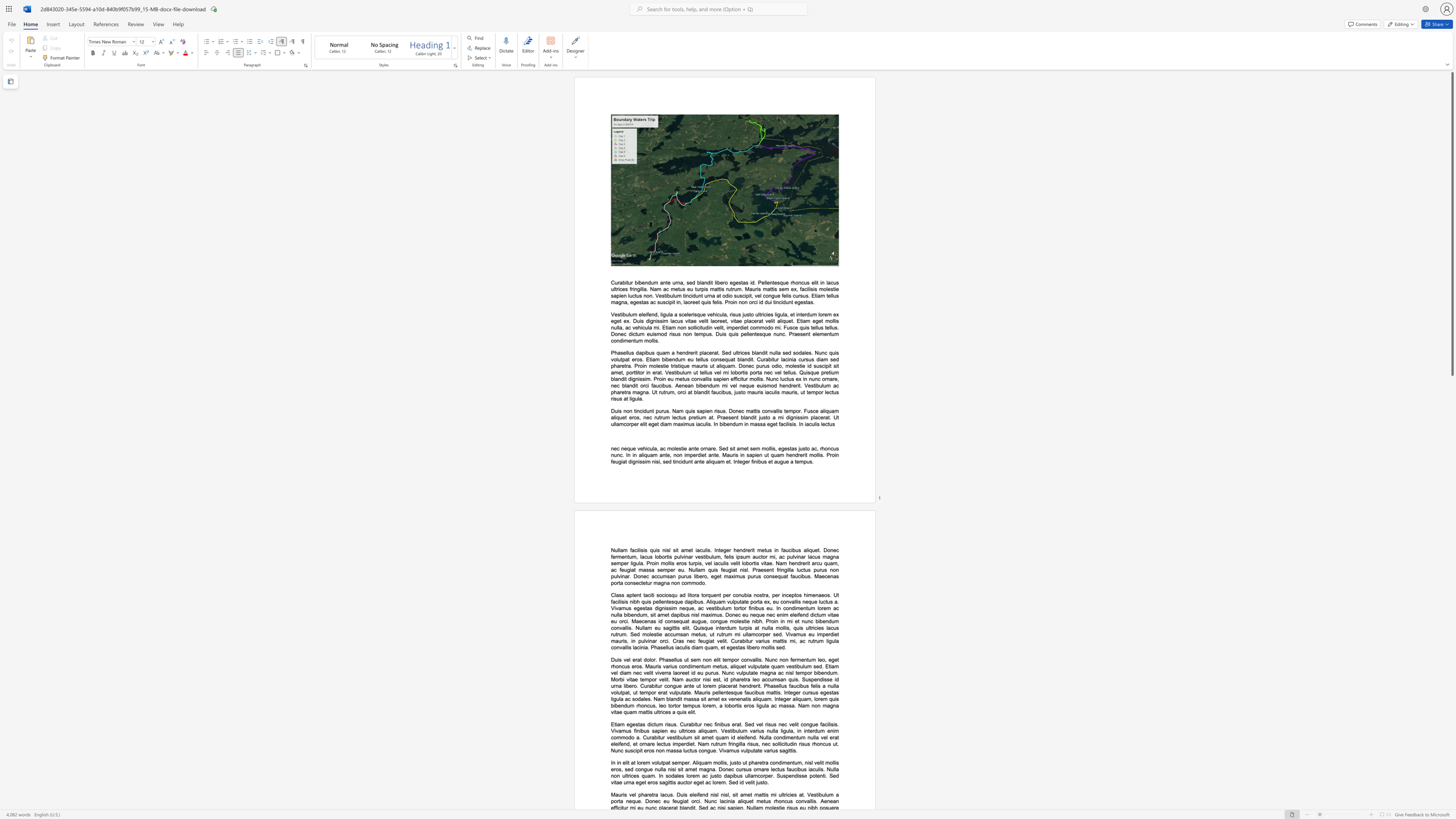 The image size is (1456, 819). Describe the element at coordinates (677, 549) in the screenshot. I see `the subset text "t amet iaculis. Integer hendrerit metus in faucibus aliquet. Donec fermentum, lacus lobortis pulvinar vestibulum, felis ip" within the text "Nullam facilisis quis nisl sit amet iaculis. Integer hendrerit metus in faucibus aliquet. Donec fermentum, lacus lobortis pulvinar vestibulum, felis ipsum auctor mi, ac pulvinar lacus magna"` at that location.